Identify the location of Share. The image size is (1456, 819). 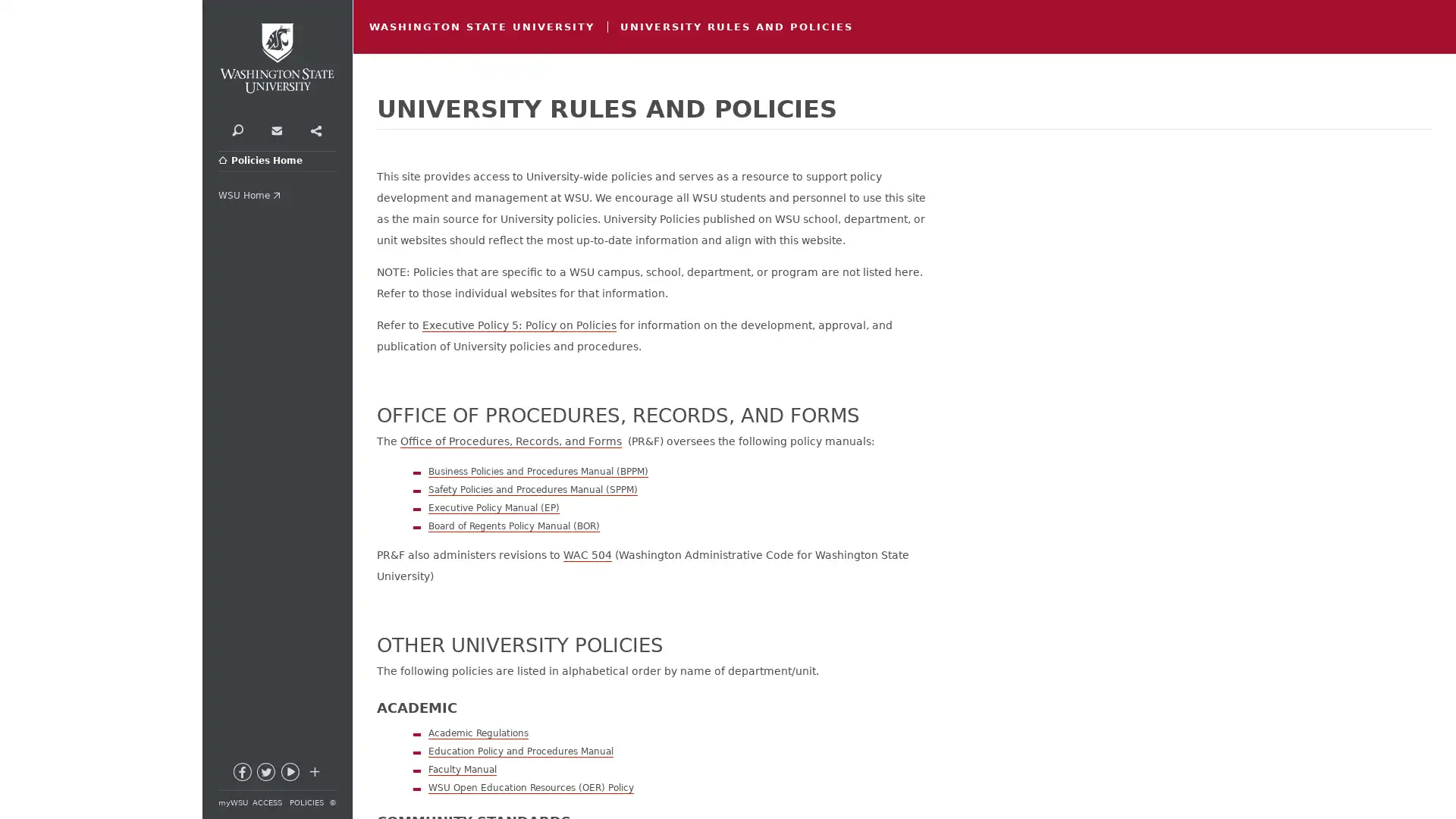
(315, 128).